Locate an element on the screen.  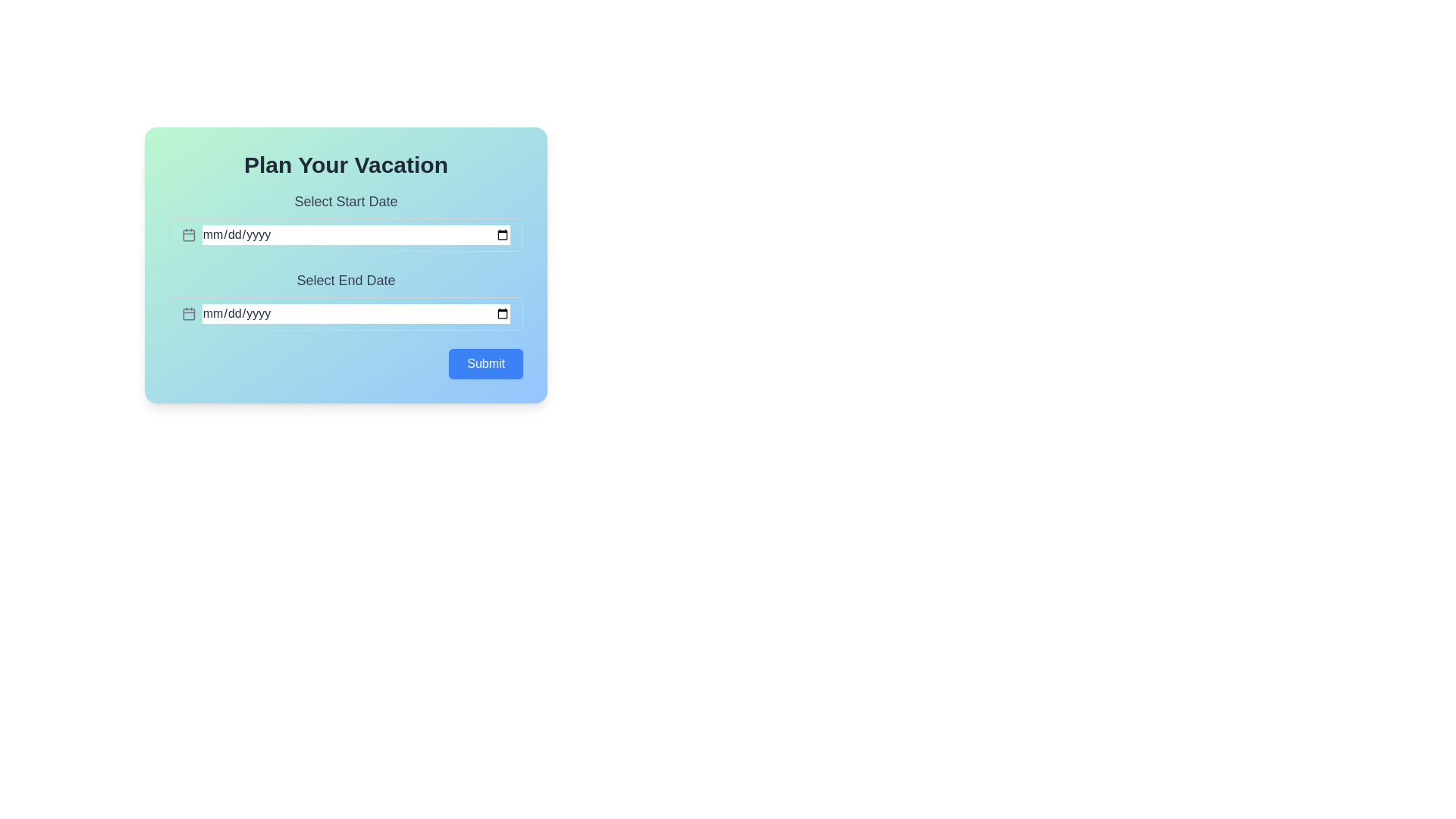
the calendar icon located to the left of the date input field in the 'Select End Date' section is located at coordinates (188, 312).